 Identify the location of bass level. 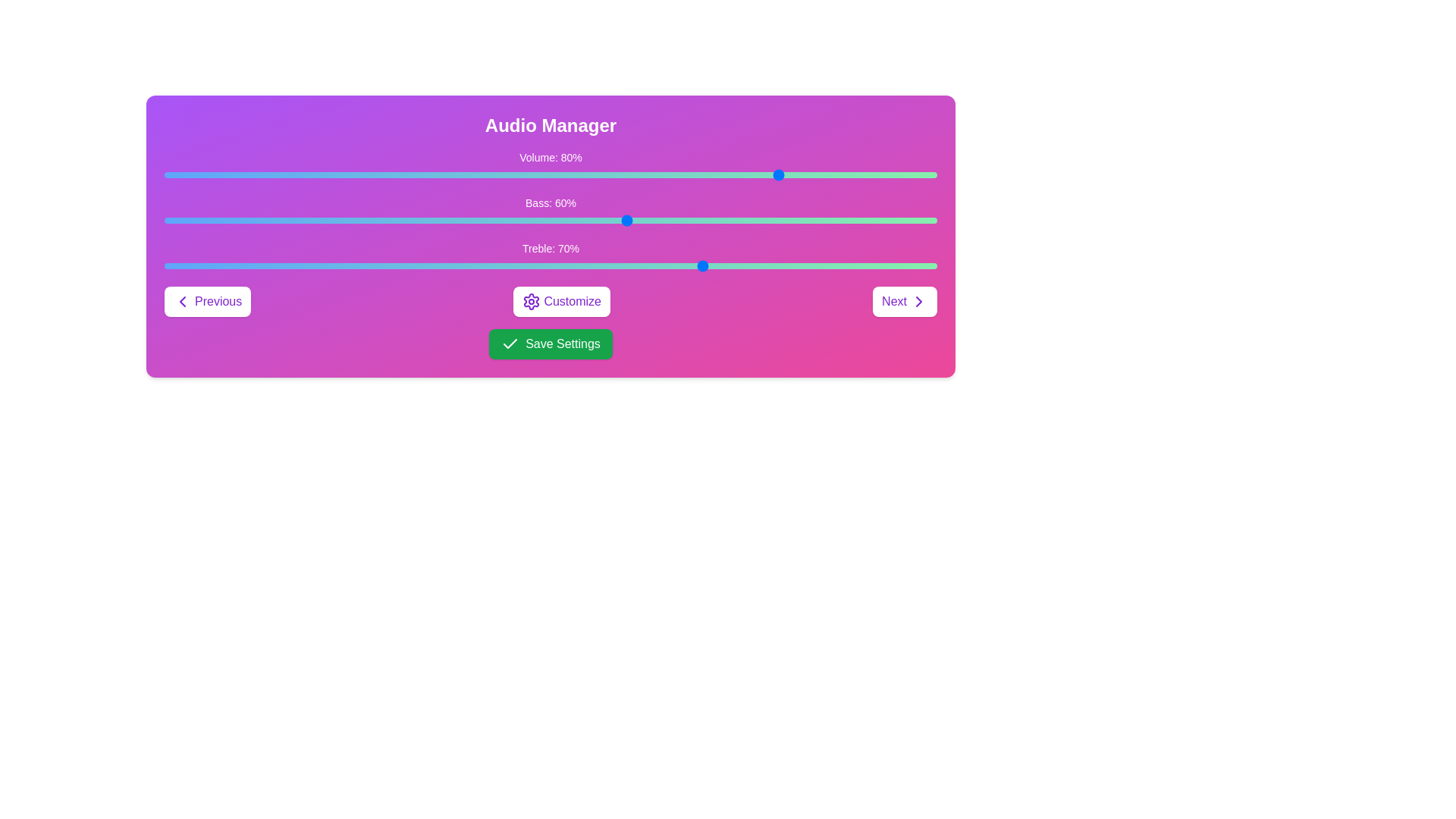
(225, 220).